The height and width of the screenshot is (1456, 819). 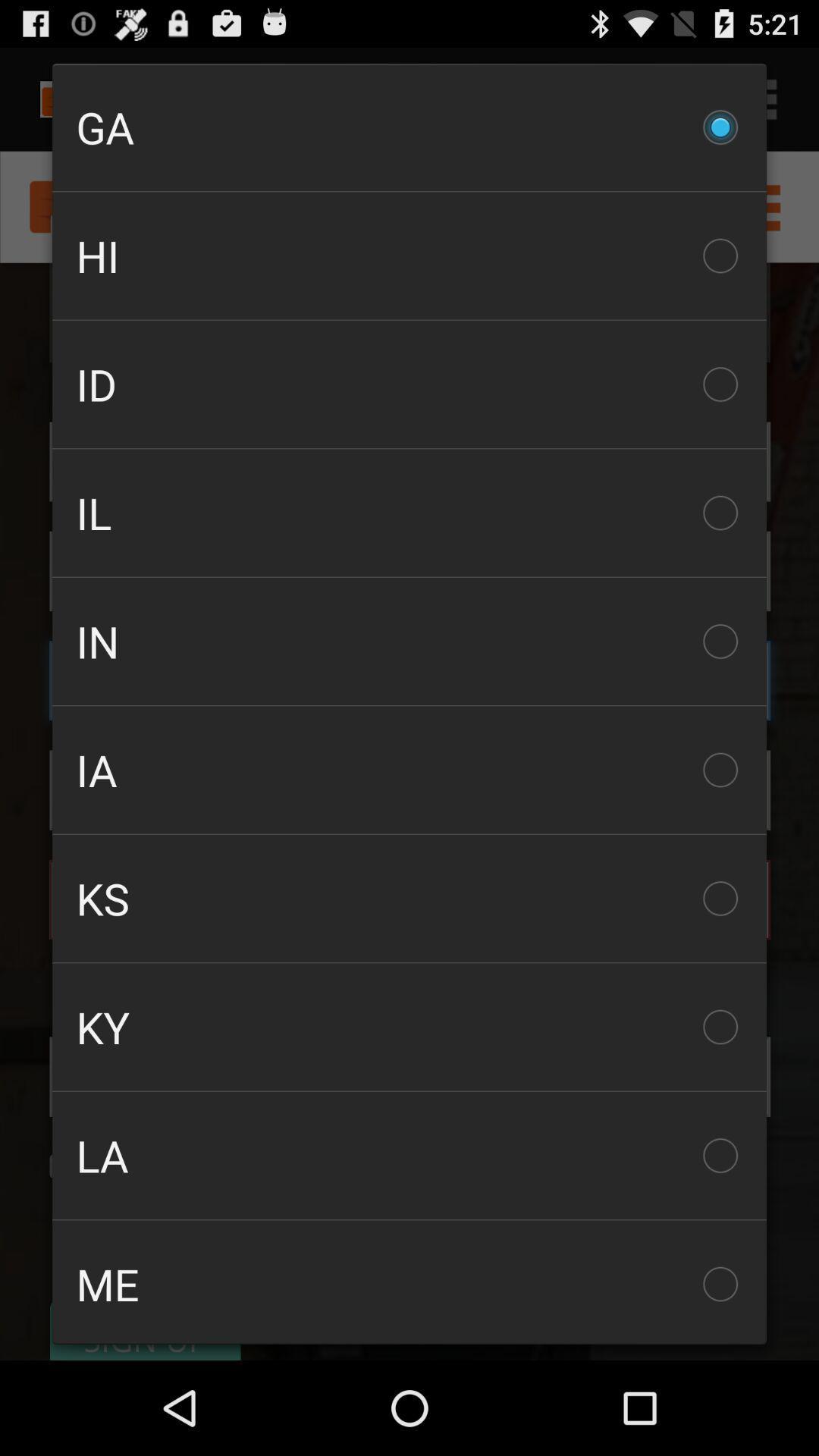 I want to click on the hi, so click(x=409, y=256).